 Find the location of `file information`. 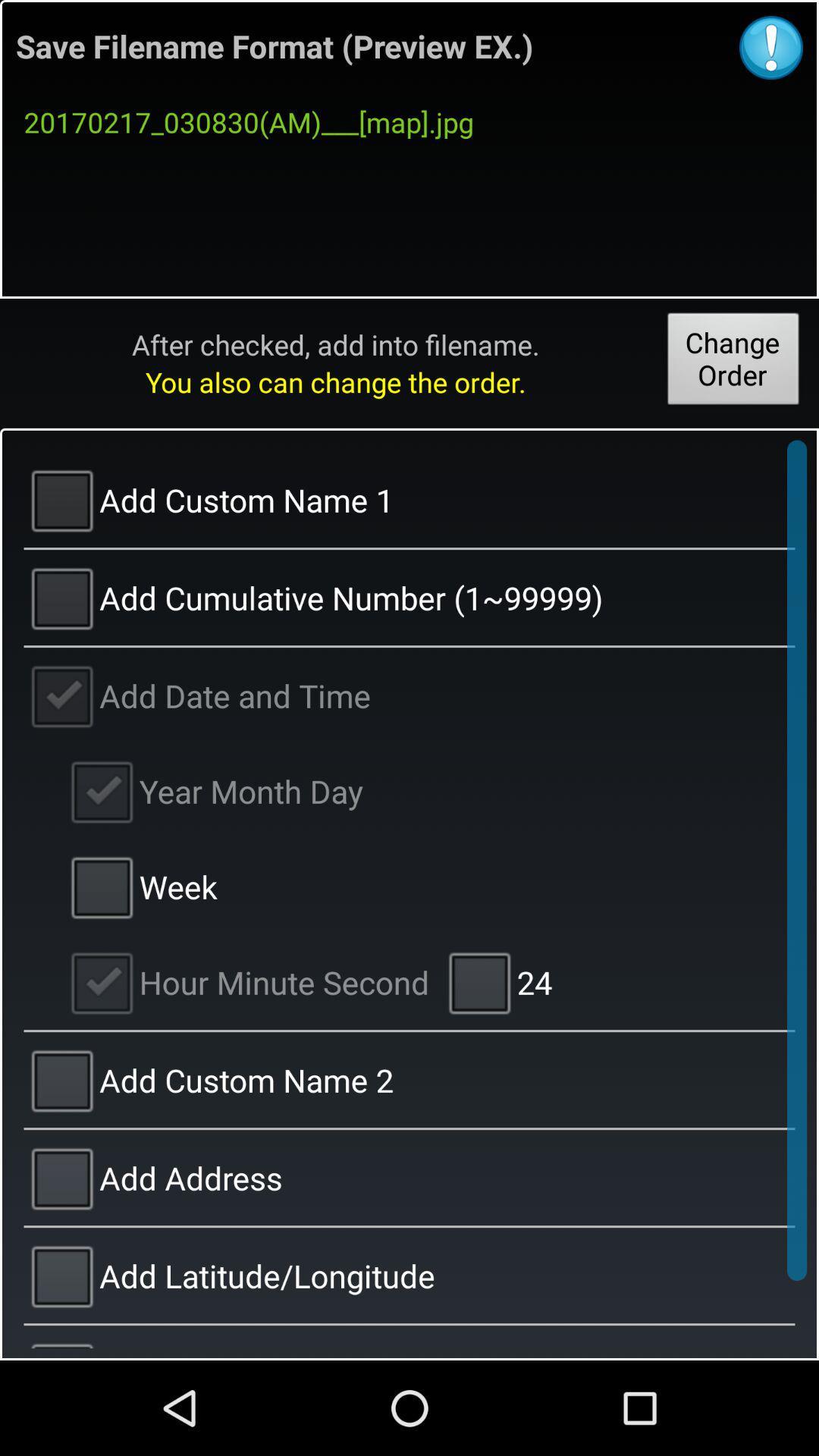

file information is located at coordinates (771, 47).